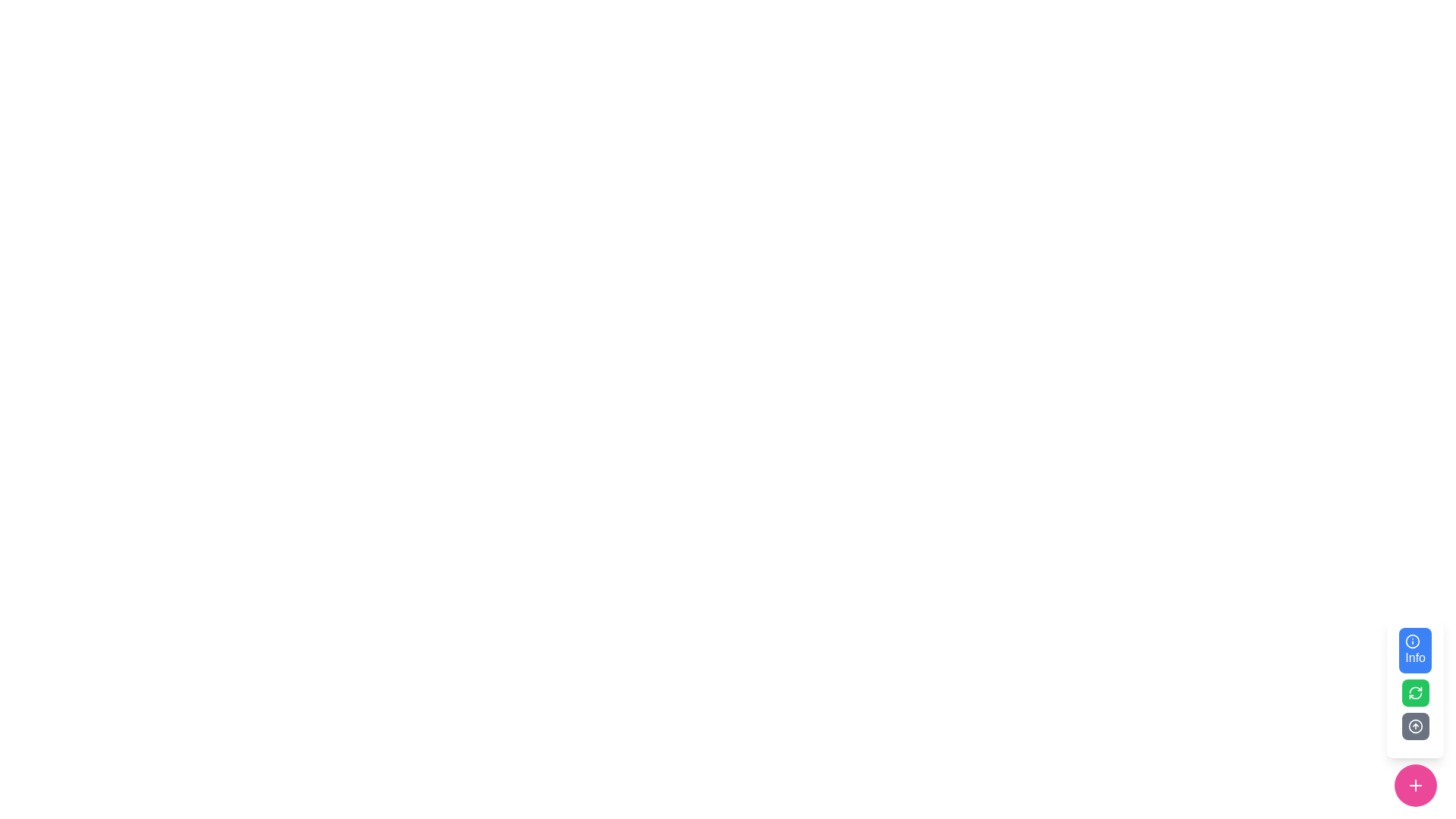  Describe the element at coordinates (1414, 693) in the screenshot. I see `the circular green refresh icon located within a green button in the floating action menu` at that location.